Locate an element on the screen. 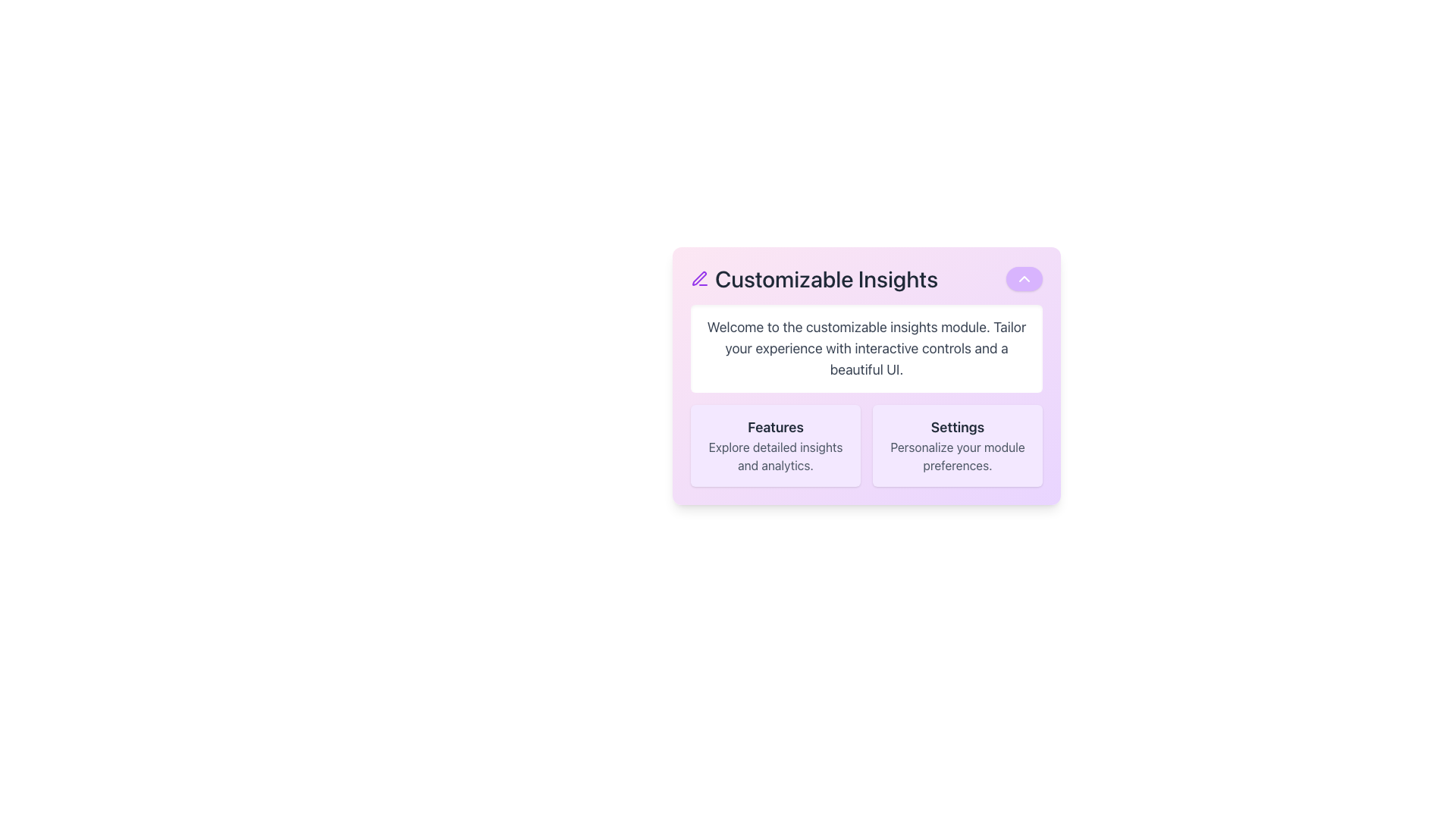 This screenshot has height=819, width=1456. the decorative icon associated with 'Customizable Insights', located at the leftmost part of the title section of the card is located at coordinates (698, 278).